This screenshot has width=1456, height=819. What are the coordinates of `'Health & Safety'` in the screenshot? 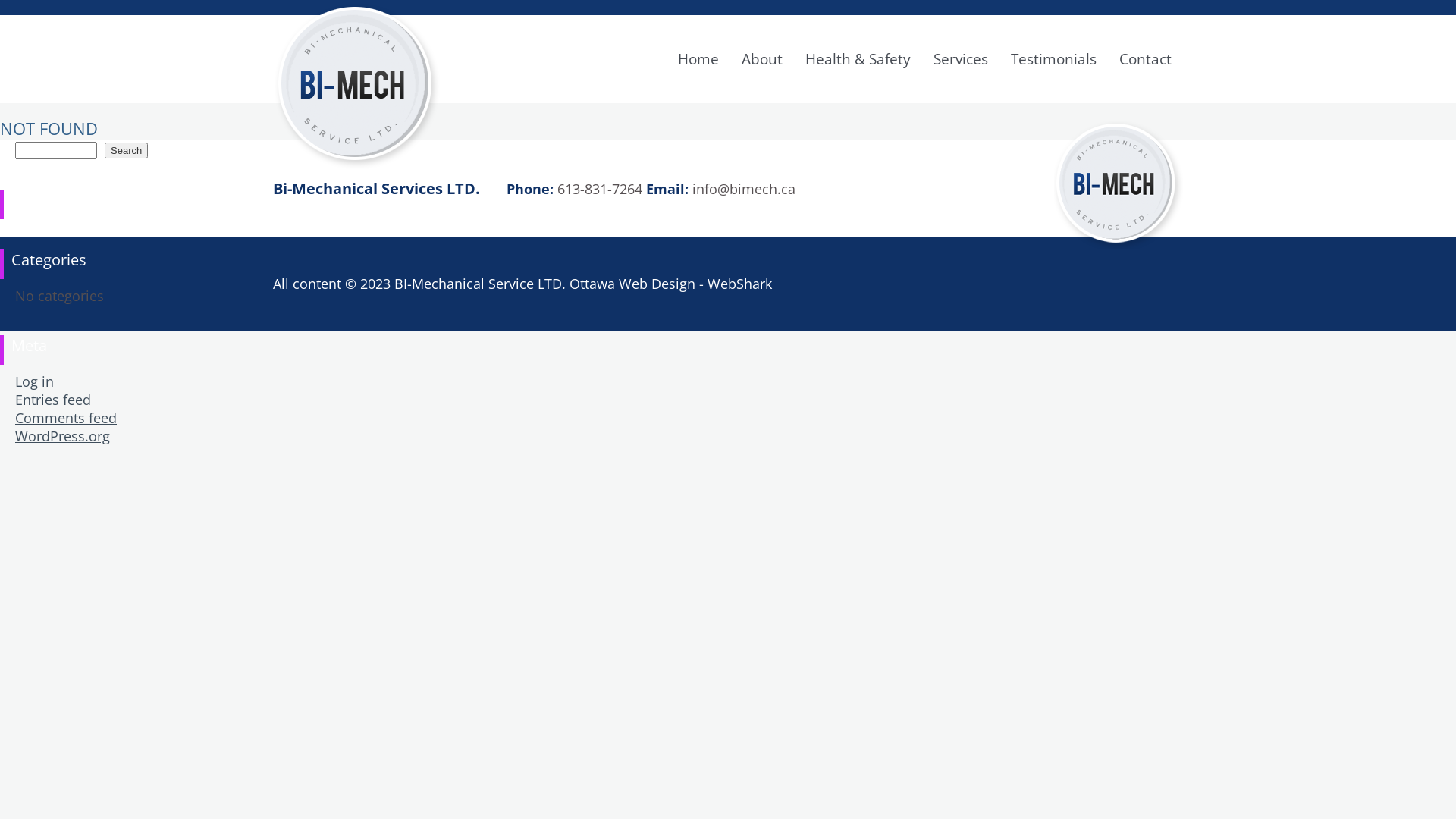 It's located at (858, 58).